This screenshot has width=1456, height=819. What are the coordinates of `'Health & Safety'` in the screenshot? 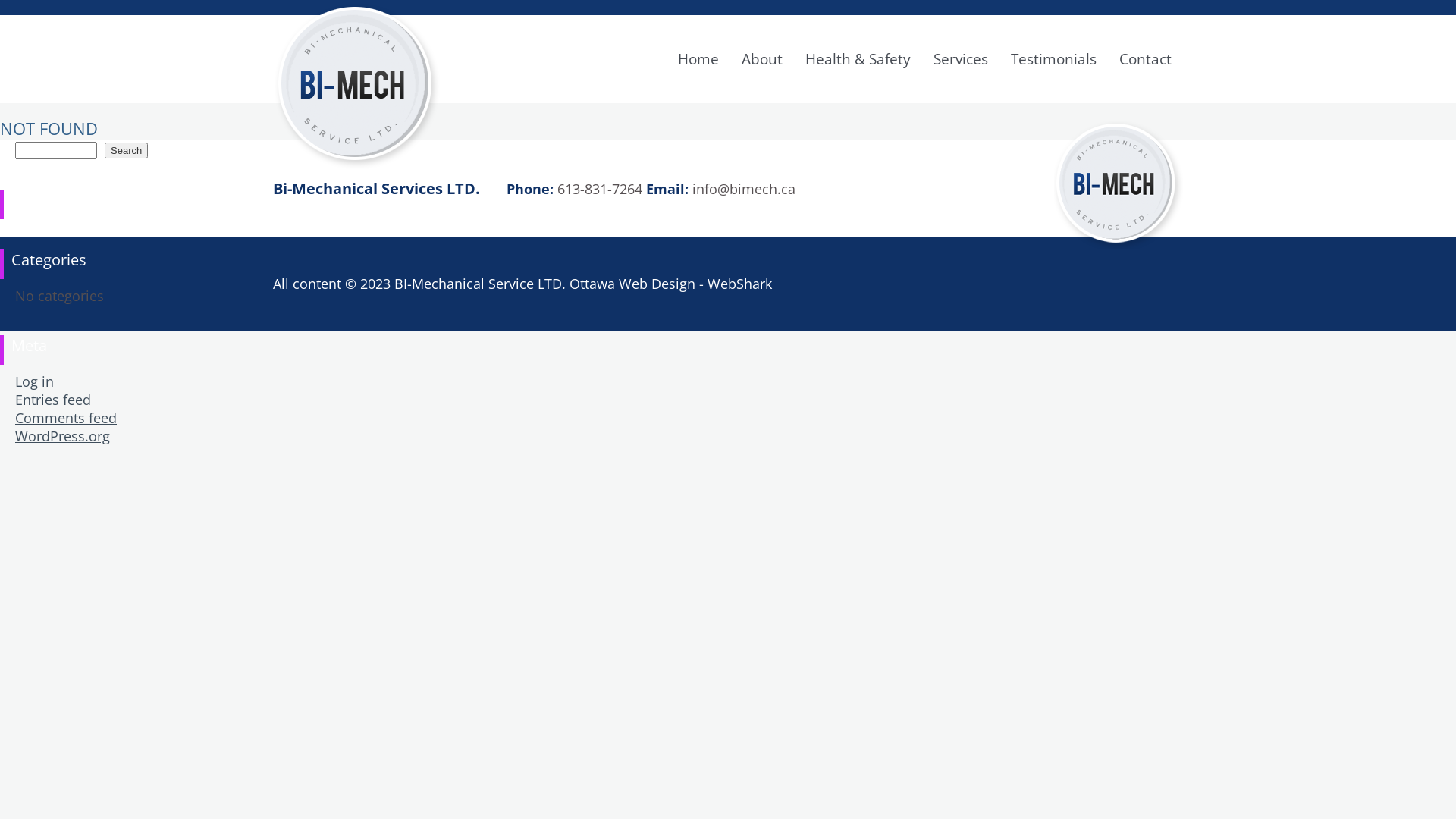 It's located at (858, 58).